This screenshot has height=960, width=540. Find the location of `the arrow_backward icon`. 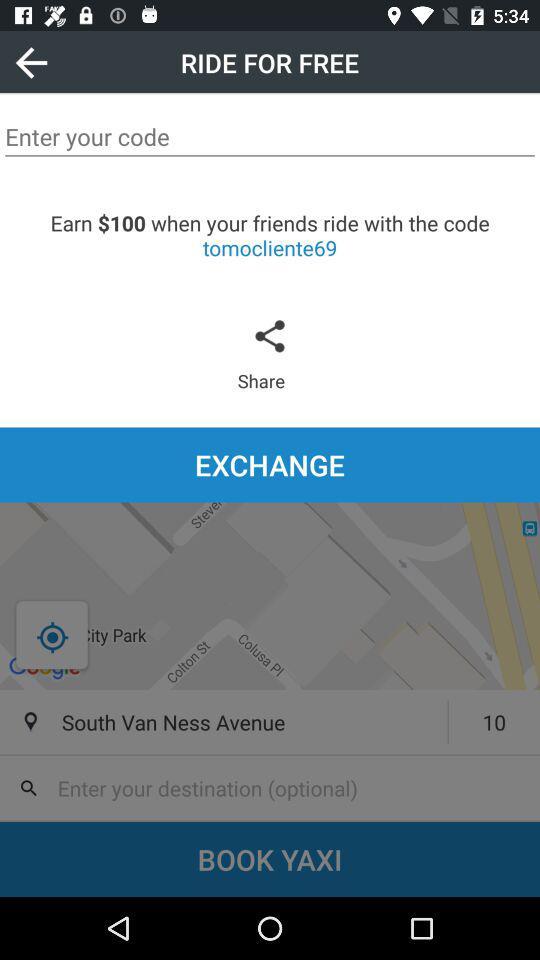

the arrow_backward icon is located at coordinates (30, 62).